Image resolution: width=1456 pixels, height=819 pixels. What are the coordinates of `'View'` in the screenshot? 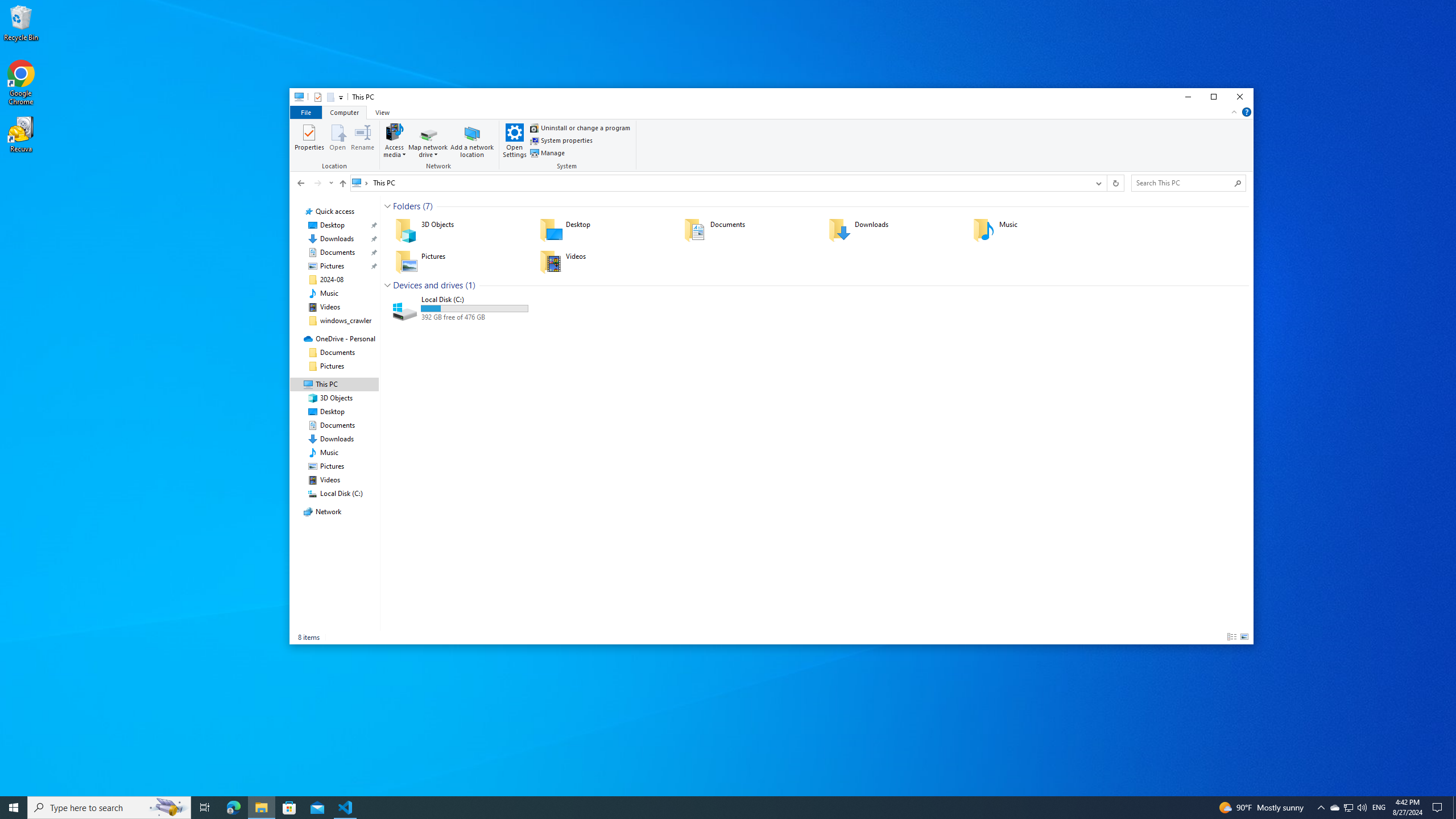 It's located at (382, 111).